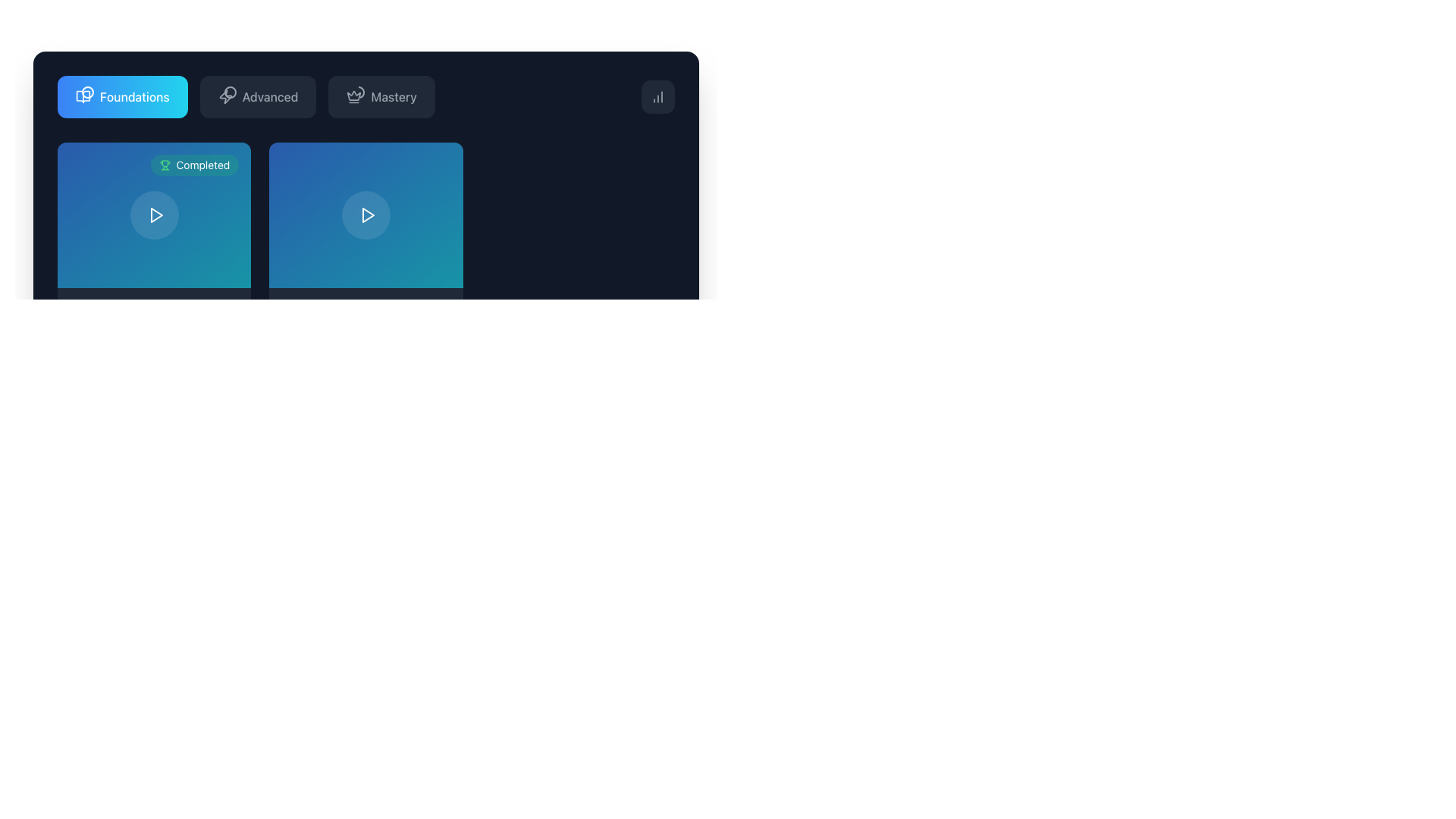 This screenshot has width=1456, height=819. What do you see at coordinates (156, 215) in the screenshot?
I see `the play icon` at bounding box center [156, 215].